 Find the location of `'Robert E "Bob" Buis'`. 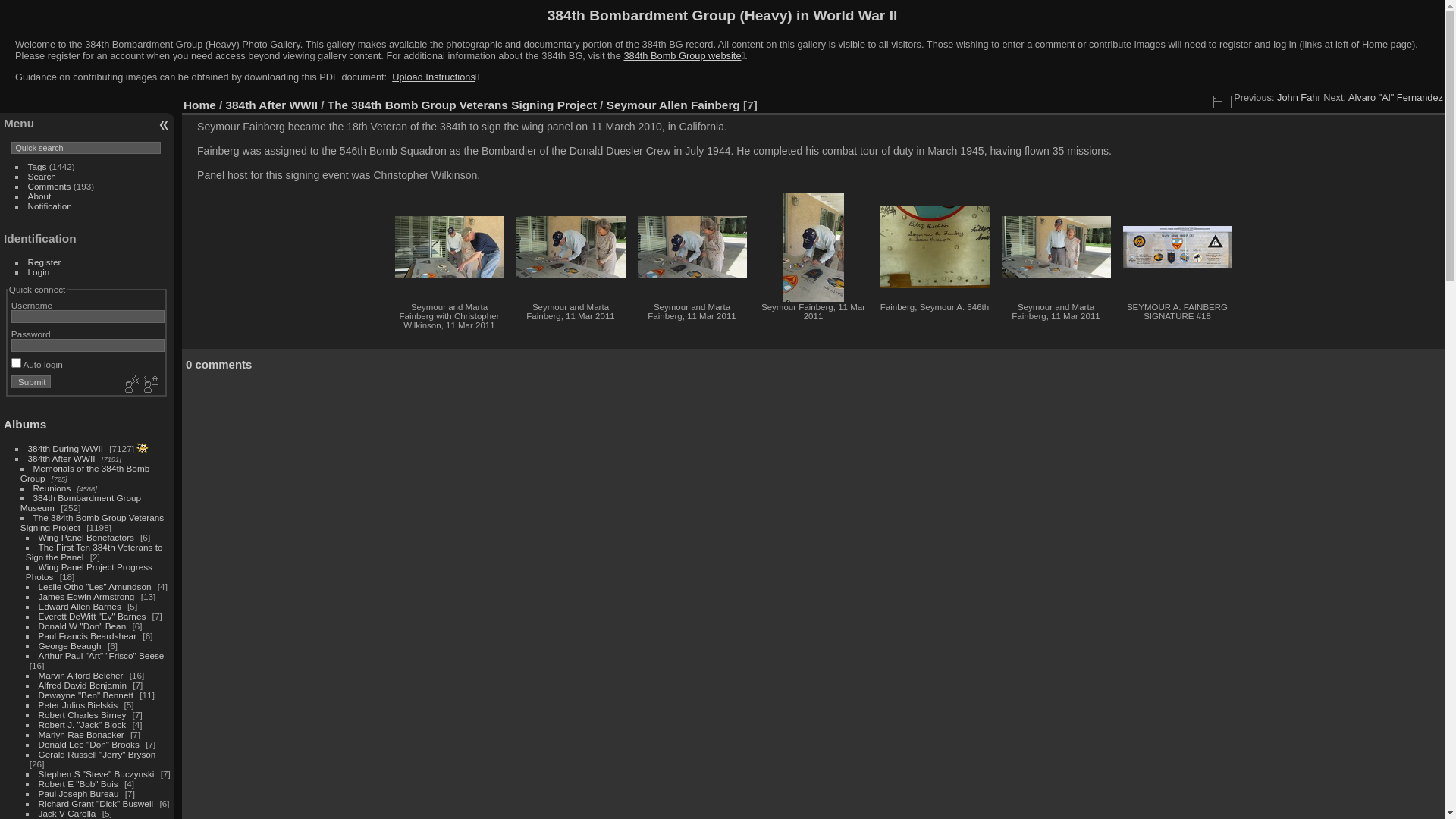

'Robert E "Bob" Buis' is located at coordinates (77, 783).